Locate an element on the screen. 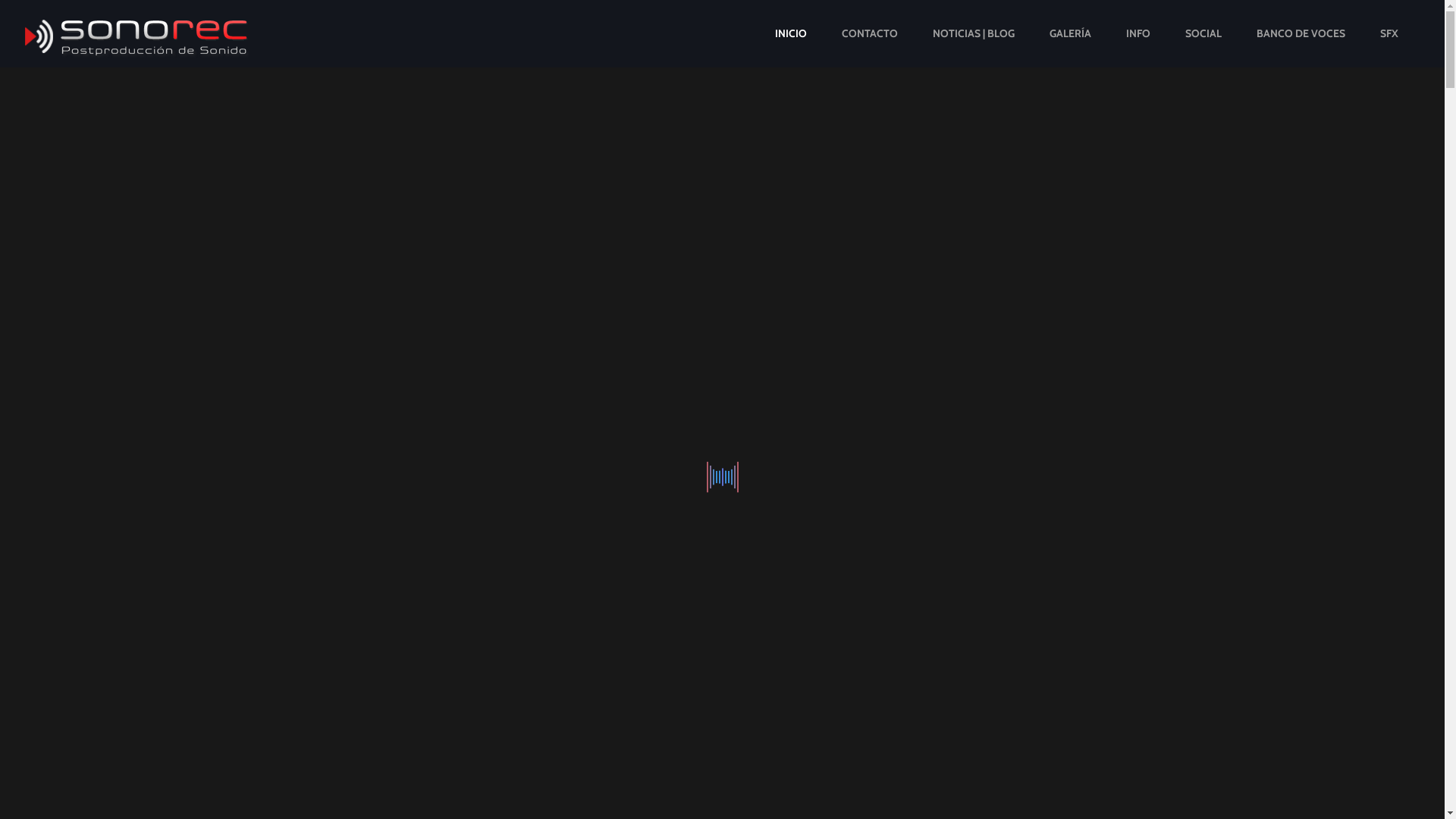 The image size is (1456, 819). 'INICIO' is located at coordinates (789, 33).